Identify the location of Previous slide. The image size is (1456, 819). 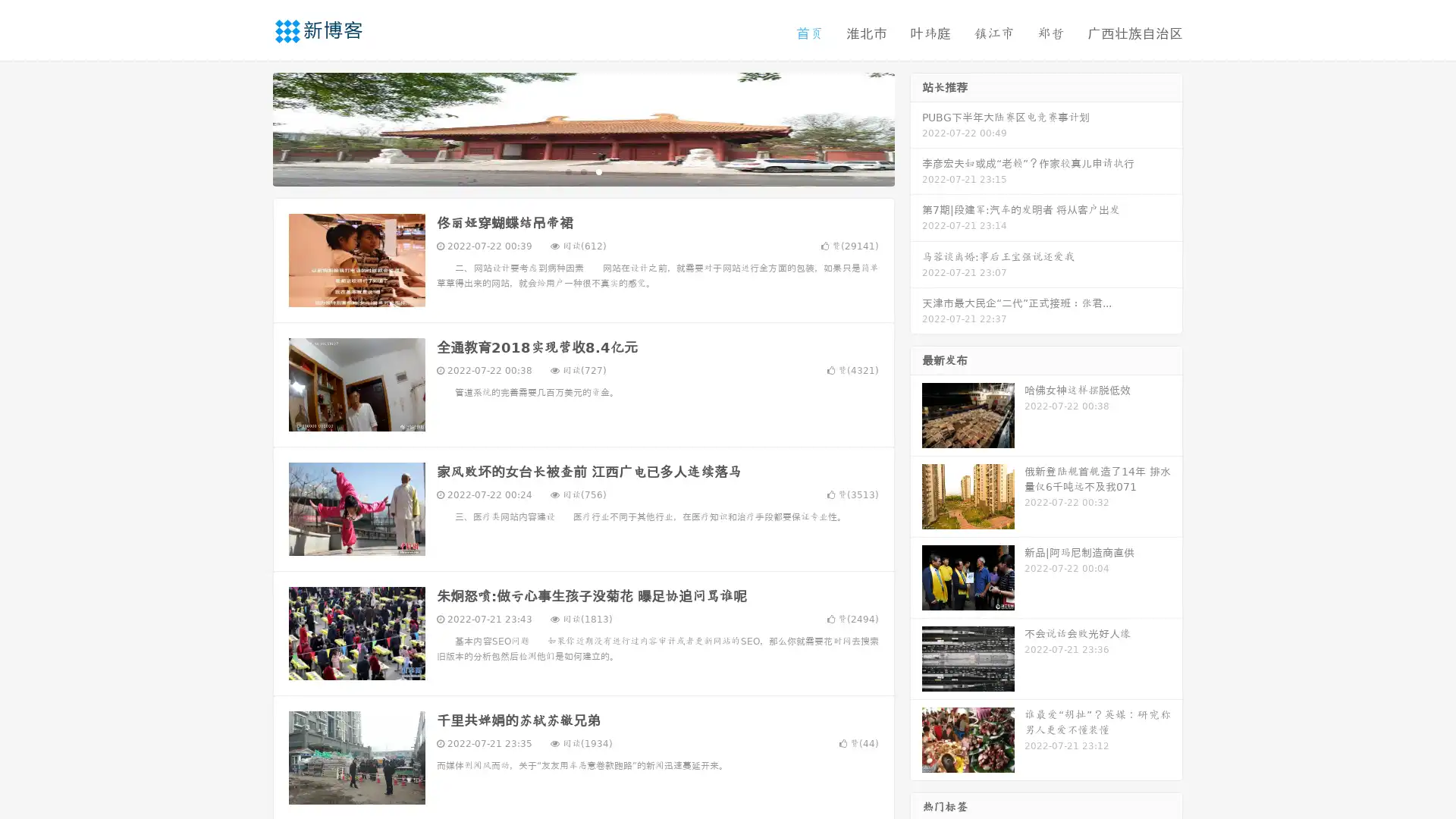
(250, 127).